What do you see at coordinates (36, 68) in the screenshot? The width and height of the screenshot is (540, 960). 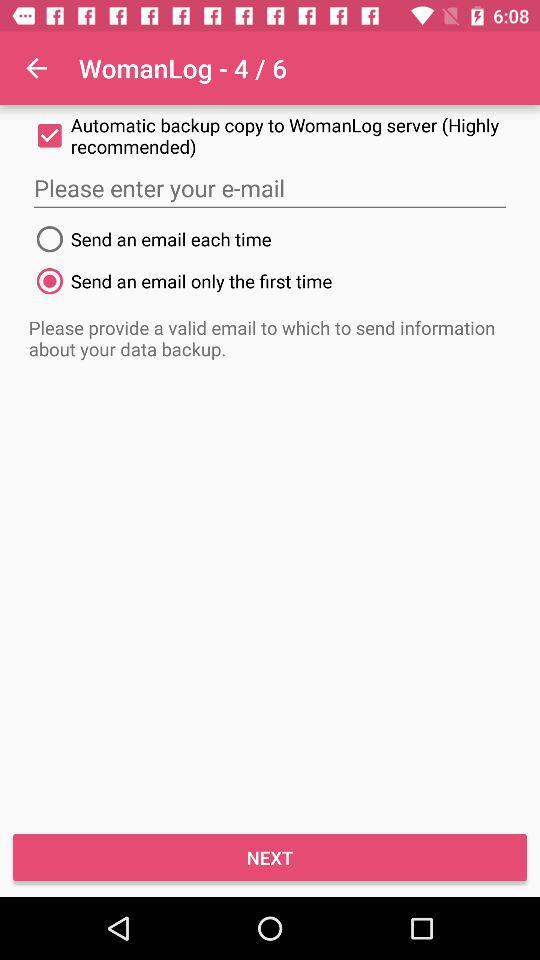 I see `the item above automatic backup copy` at bounding box center [36, 68].